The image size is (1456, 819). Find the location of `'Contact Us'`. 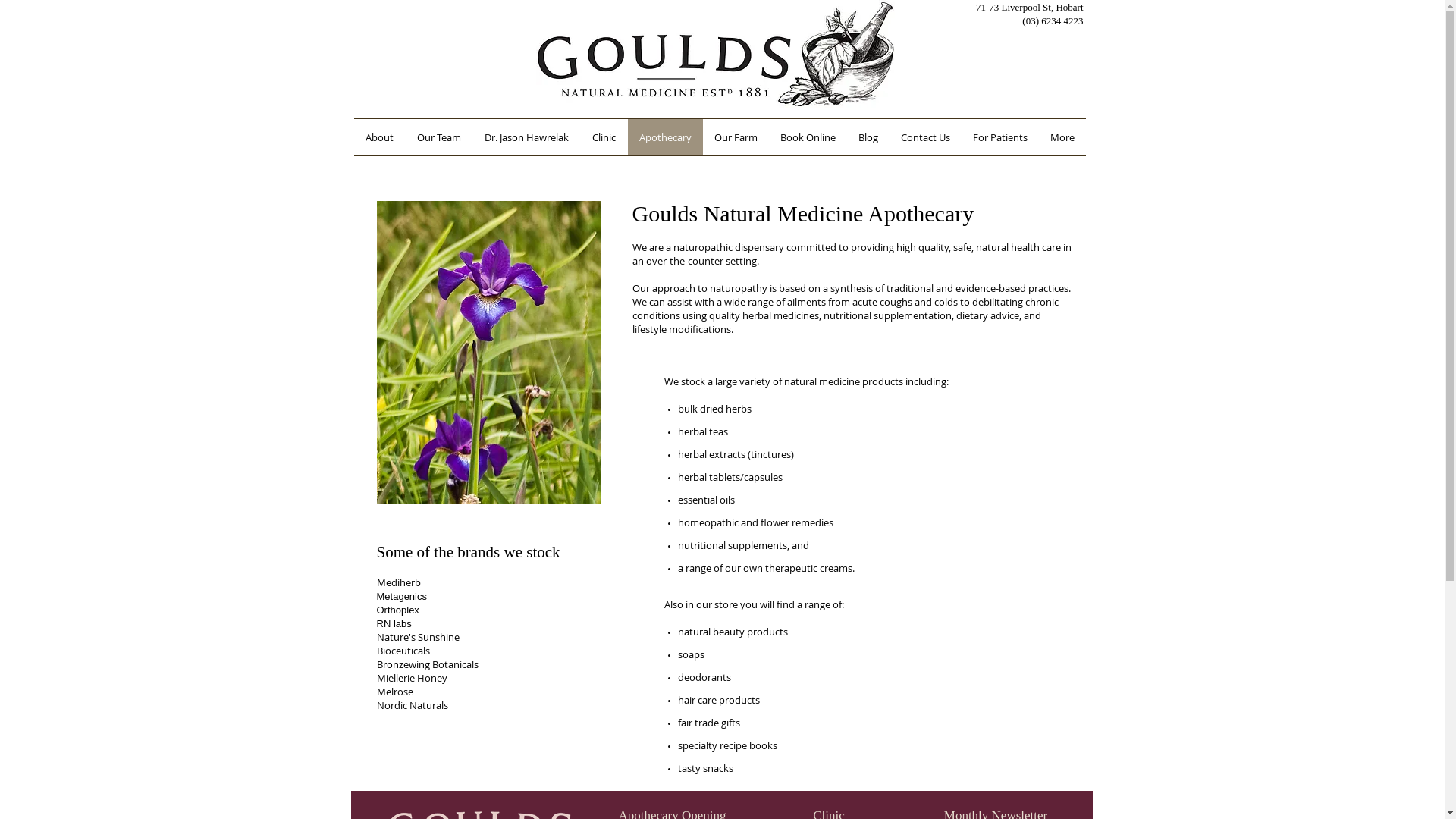

'Contact Us' is located at coordinates (924, 137).